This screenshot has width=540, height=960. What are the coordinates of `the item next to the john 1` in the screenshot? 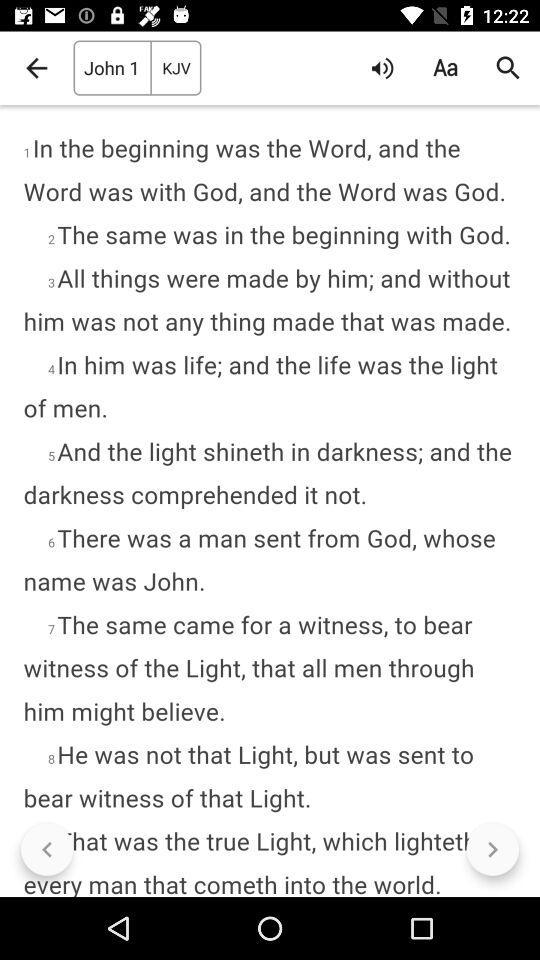 It's located at (36, 68).